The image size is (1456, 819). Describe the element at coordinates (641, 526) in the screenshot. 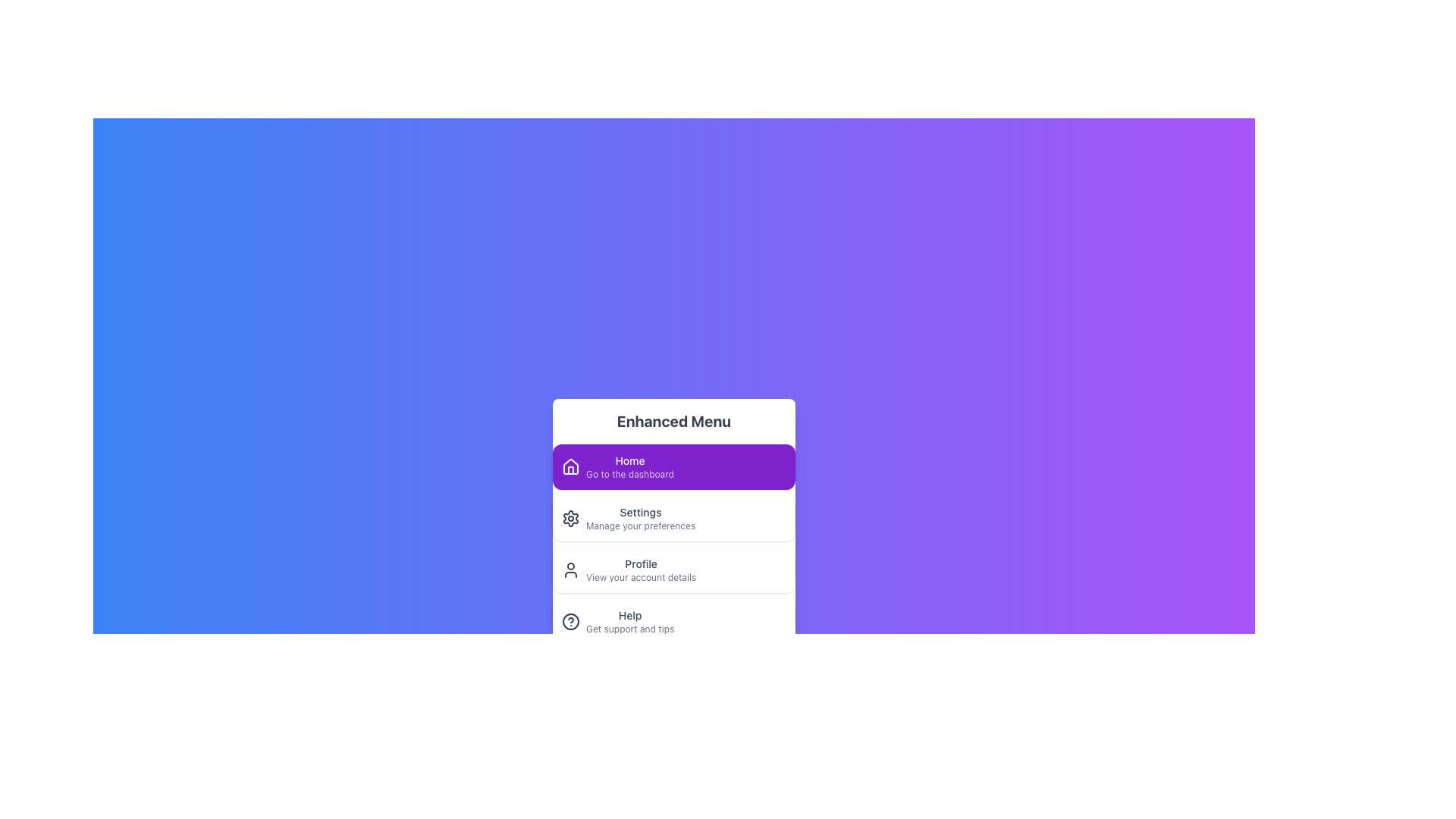

I see `the descriptive text label that provides additional context for the 'Settings' option in the vertical list menu` at that location.